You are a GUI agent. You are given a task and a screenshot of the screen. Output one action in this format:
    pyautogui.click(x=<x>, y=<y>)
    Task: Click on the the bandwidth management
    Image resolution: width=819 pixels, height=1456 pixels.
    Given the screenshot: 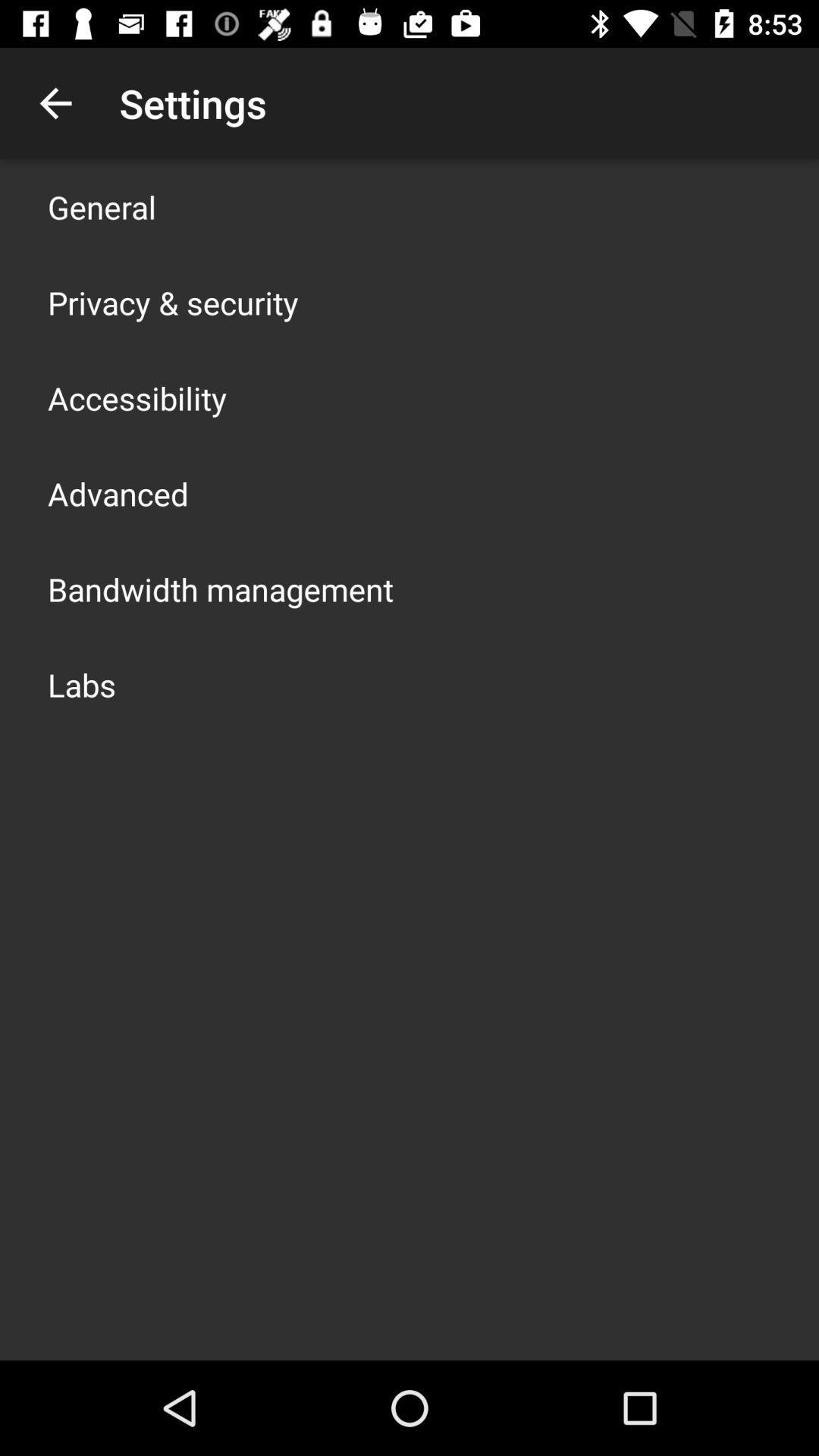 What is the action you would take?
    pyautogui.click(x=220, y=588)
    